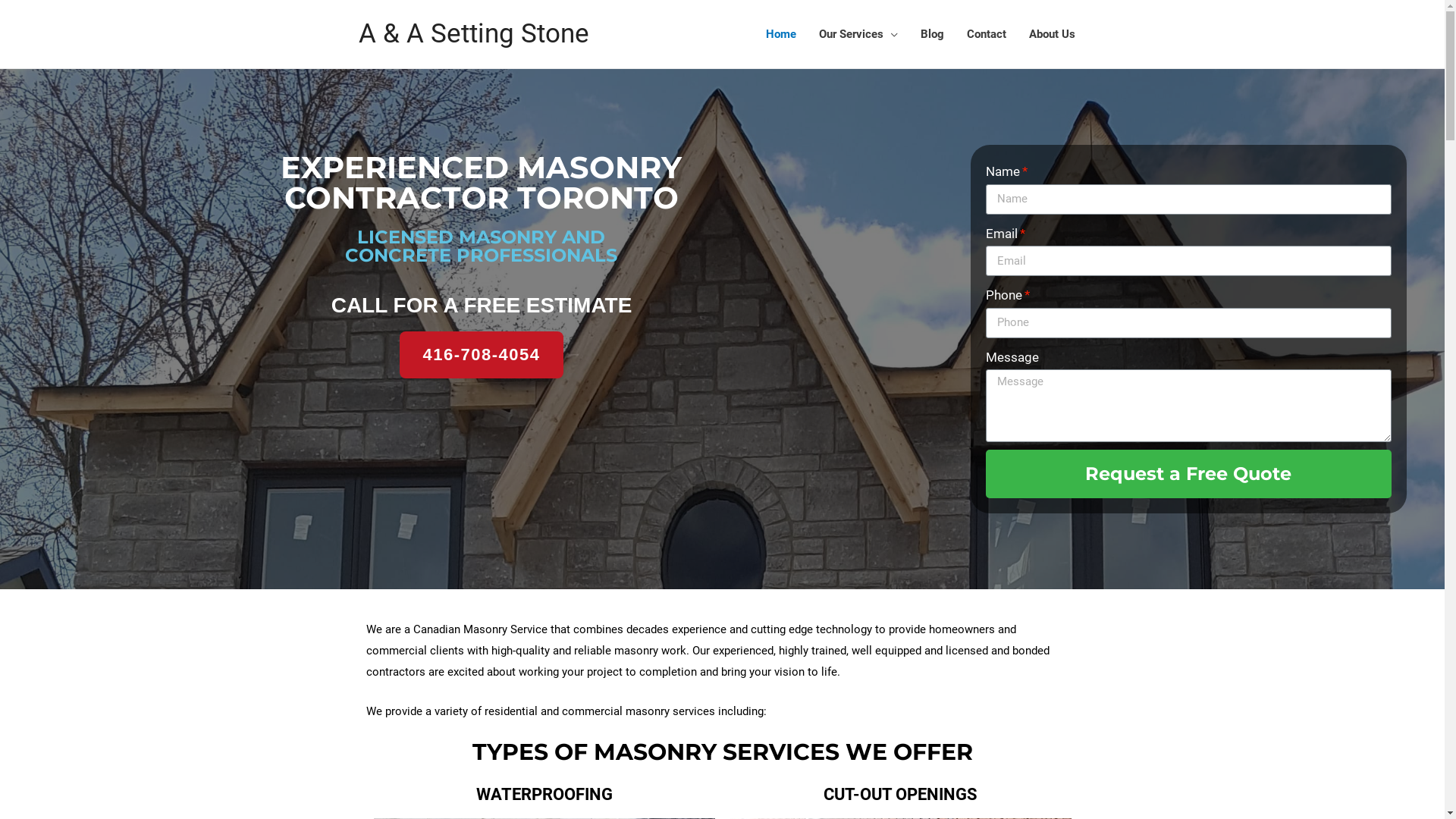 The width and height of the screenshot is (1456, 819). I want to click on 'Contact', so click(986, 34).